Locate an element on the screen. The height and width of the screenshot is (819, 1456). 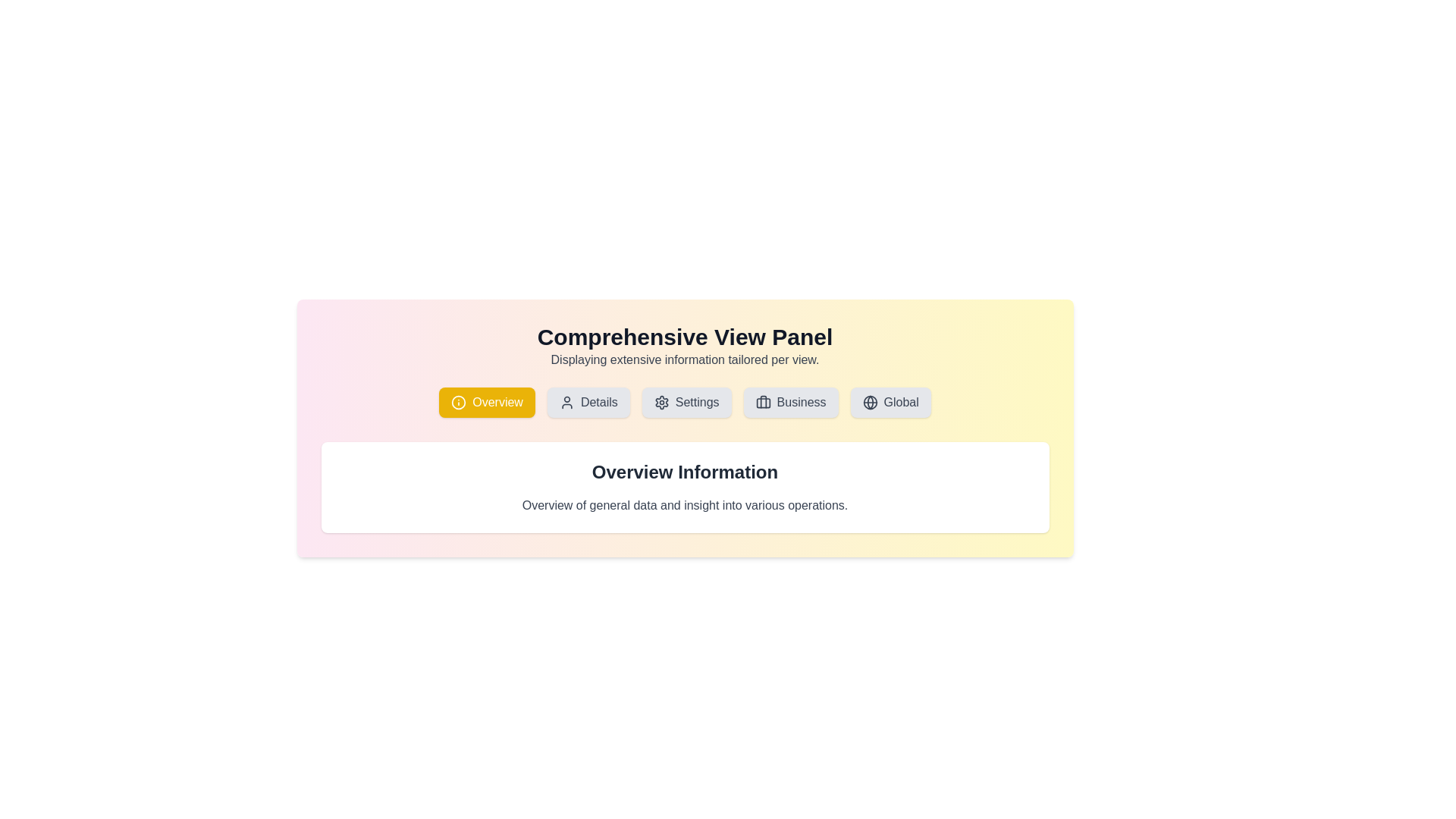
the 'Details' button, which has a light gray background and rounded edges, positioned between the 'Overview' and 'Settings' buttons is located at coordinates (588, 402).